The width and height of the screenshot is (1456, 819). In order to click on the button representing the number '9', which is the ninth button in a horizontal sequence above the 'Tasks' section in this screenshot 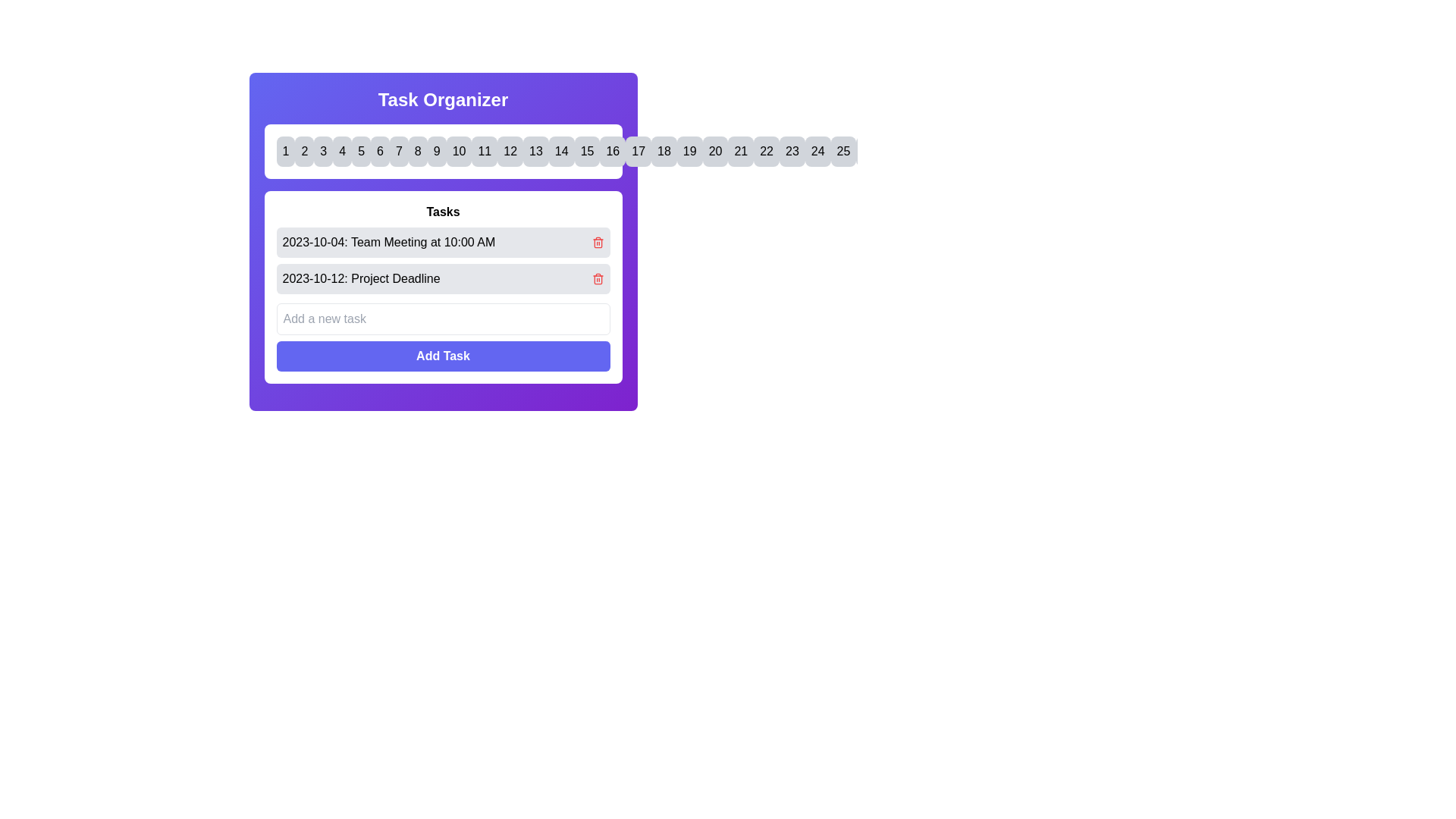, I will do `click(436, 152)`.